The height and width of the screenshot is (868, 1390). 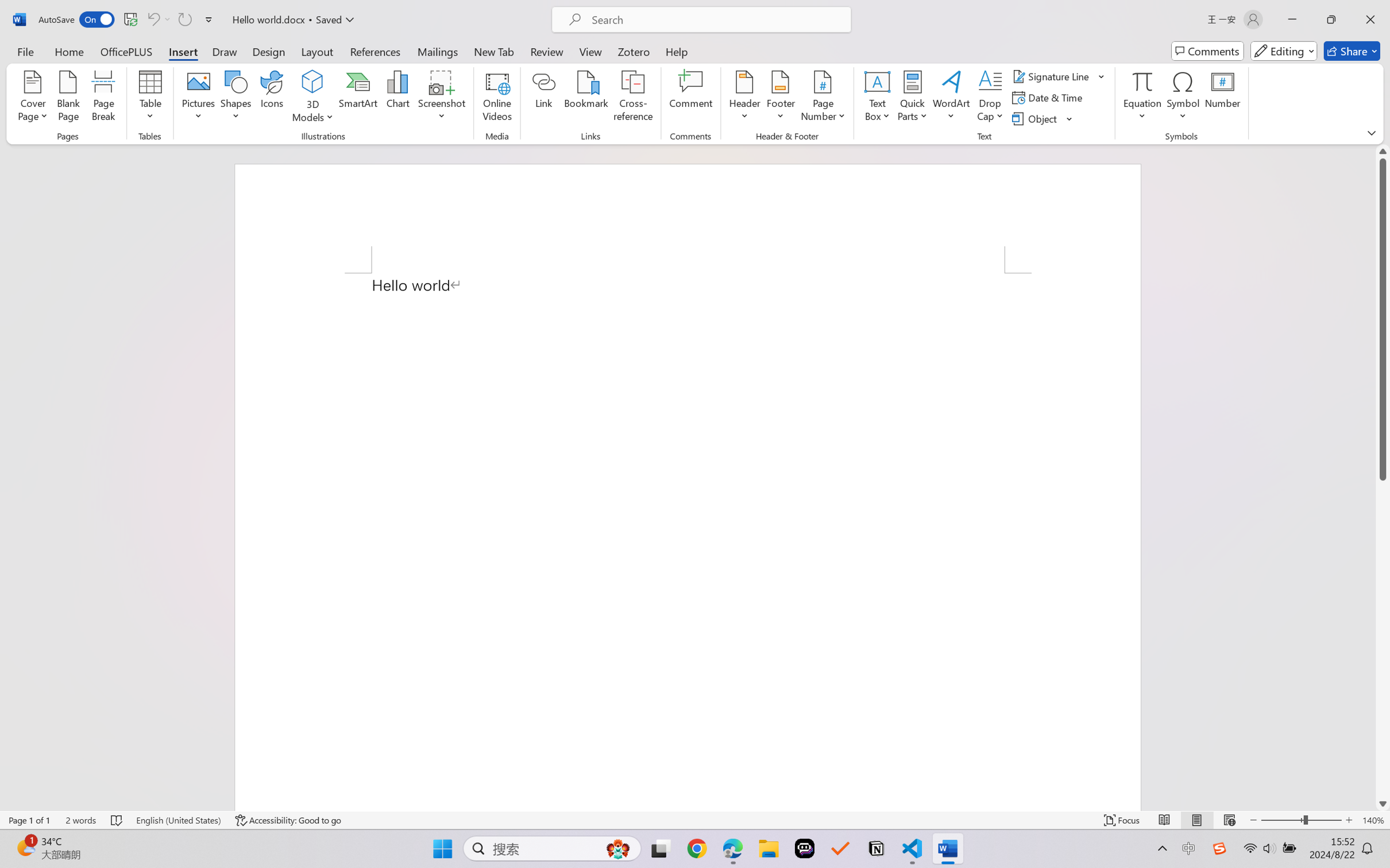 What do you see at coordinates (877, 98) in the screenshot?
I see `'Text Box'` at bounding box center [877, 98].